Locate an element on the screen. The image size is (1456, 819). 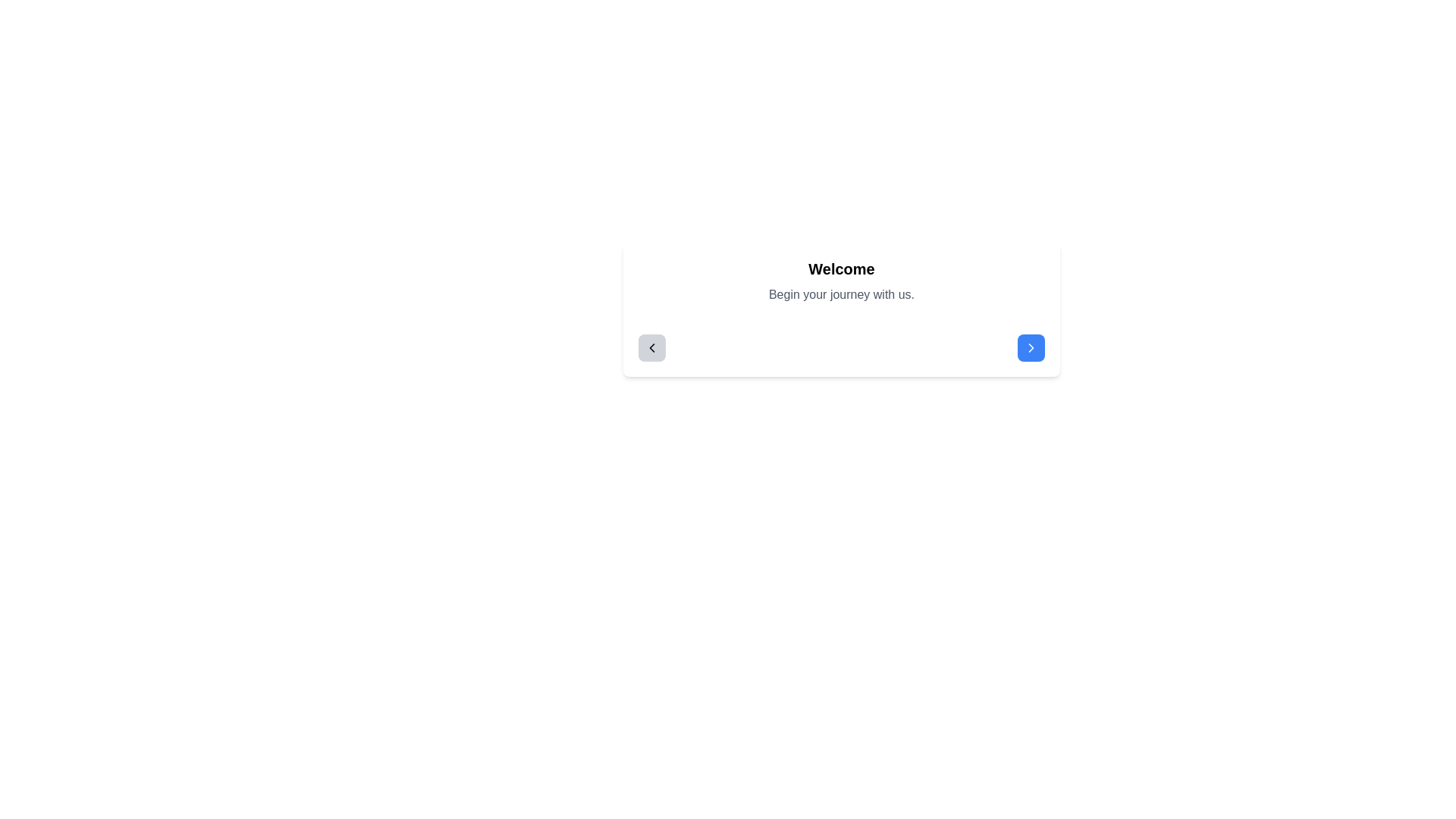
the welcoming header text label that serves as a title for the displayed content, positioned centrally at the top of the vertical layout is located at coordinates (840, 268).